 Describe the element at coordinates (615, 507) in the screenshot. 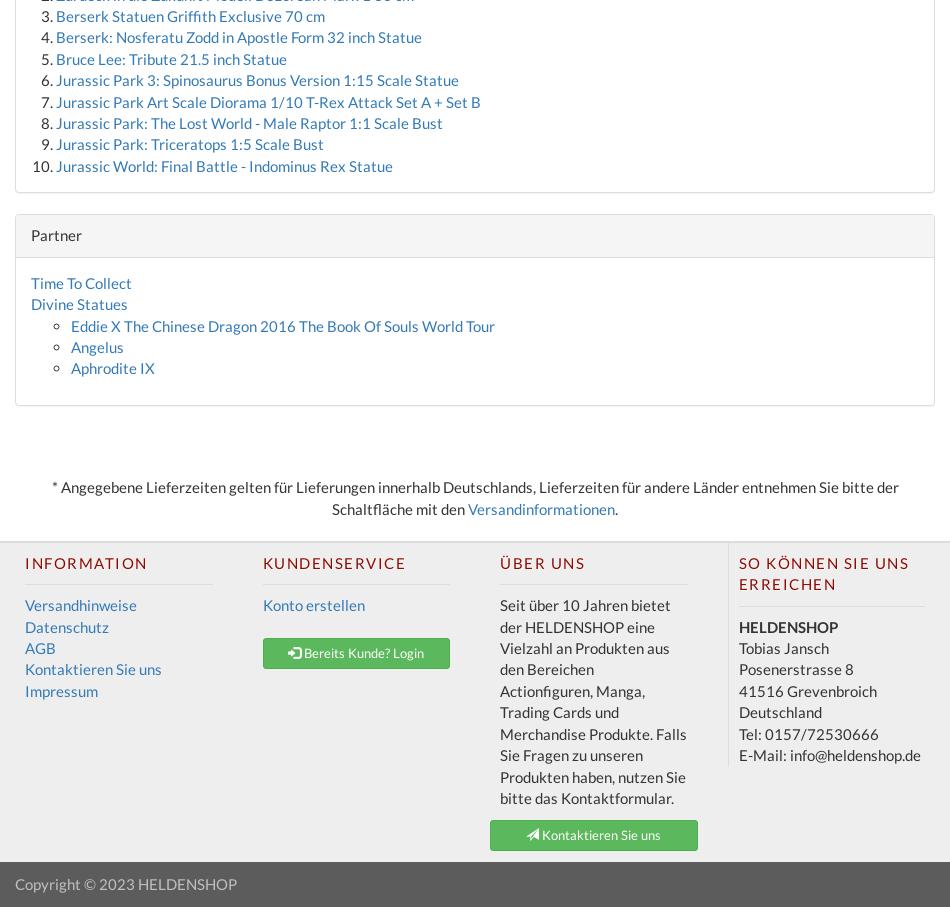

I see `'.'` at that location.